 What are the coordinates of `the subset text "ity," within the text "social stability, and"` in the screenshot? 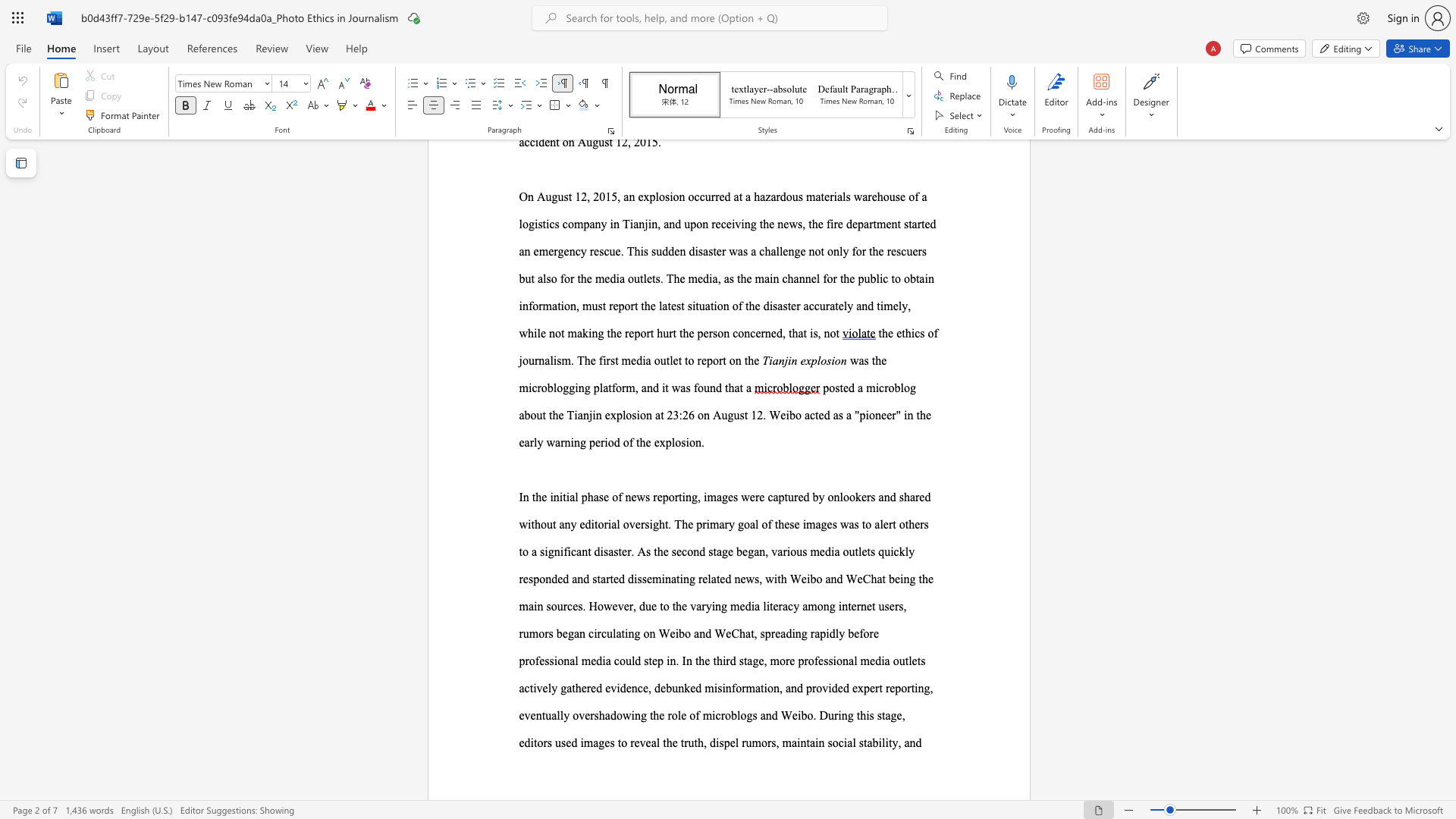 It's located at (885, 742).